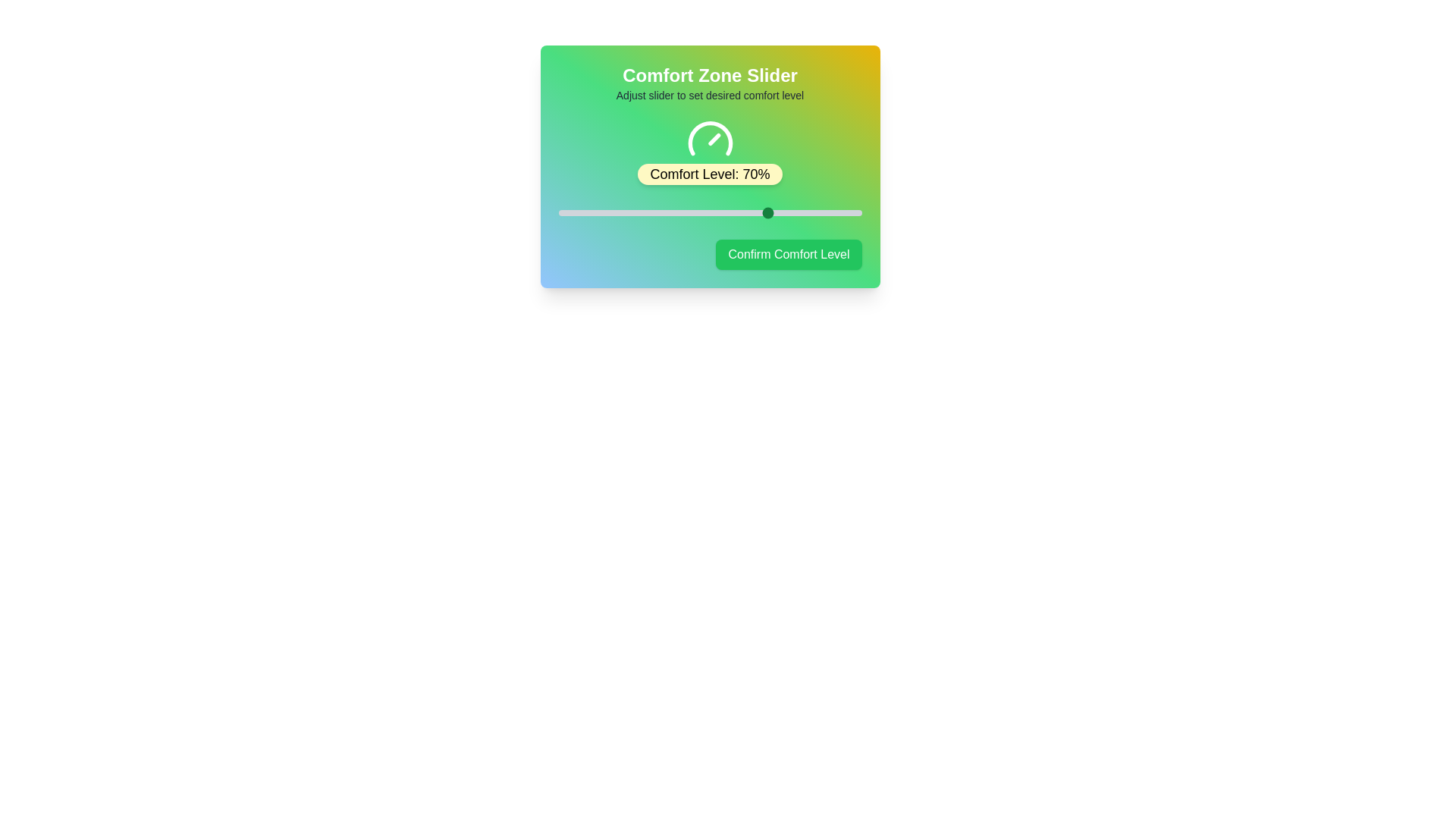 This screenshot has width=1456, height=819. What do you see at coordinates (758, 213) in the screenshot?
I see `the slider to set the comfort level to 66` at bounding box center [758, 213].